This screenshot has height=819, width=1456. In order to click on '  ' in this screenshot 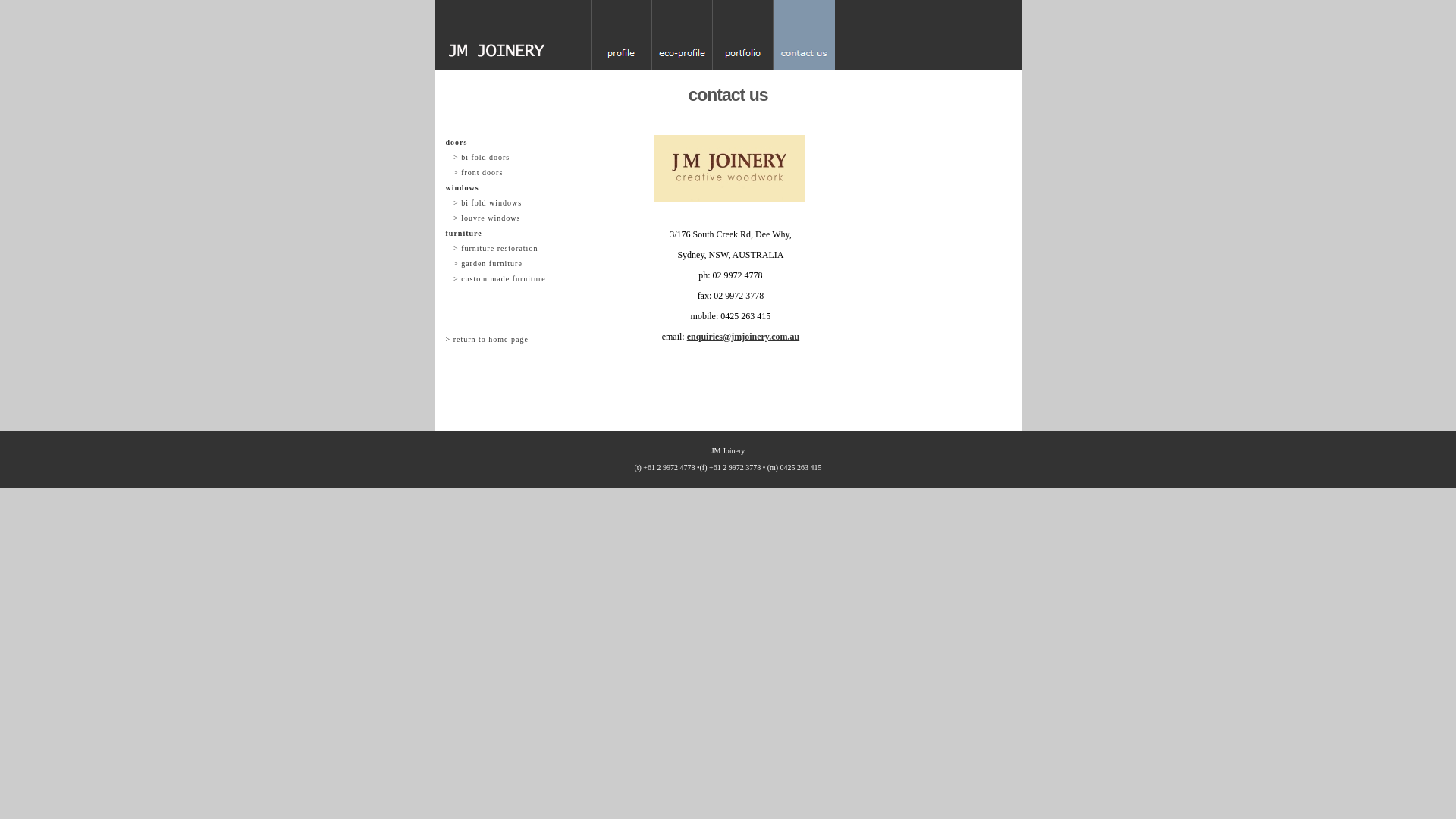, I will do `click(506, 324)`.